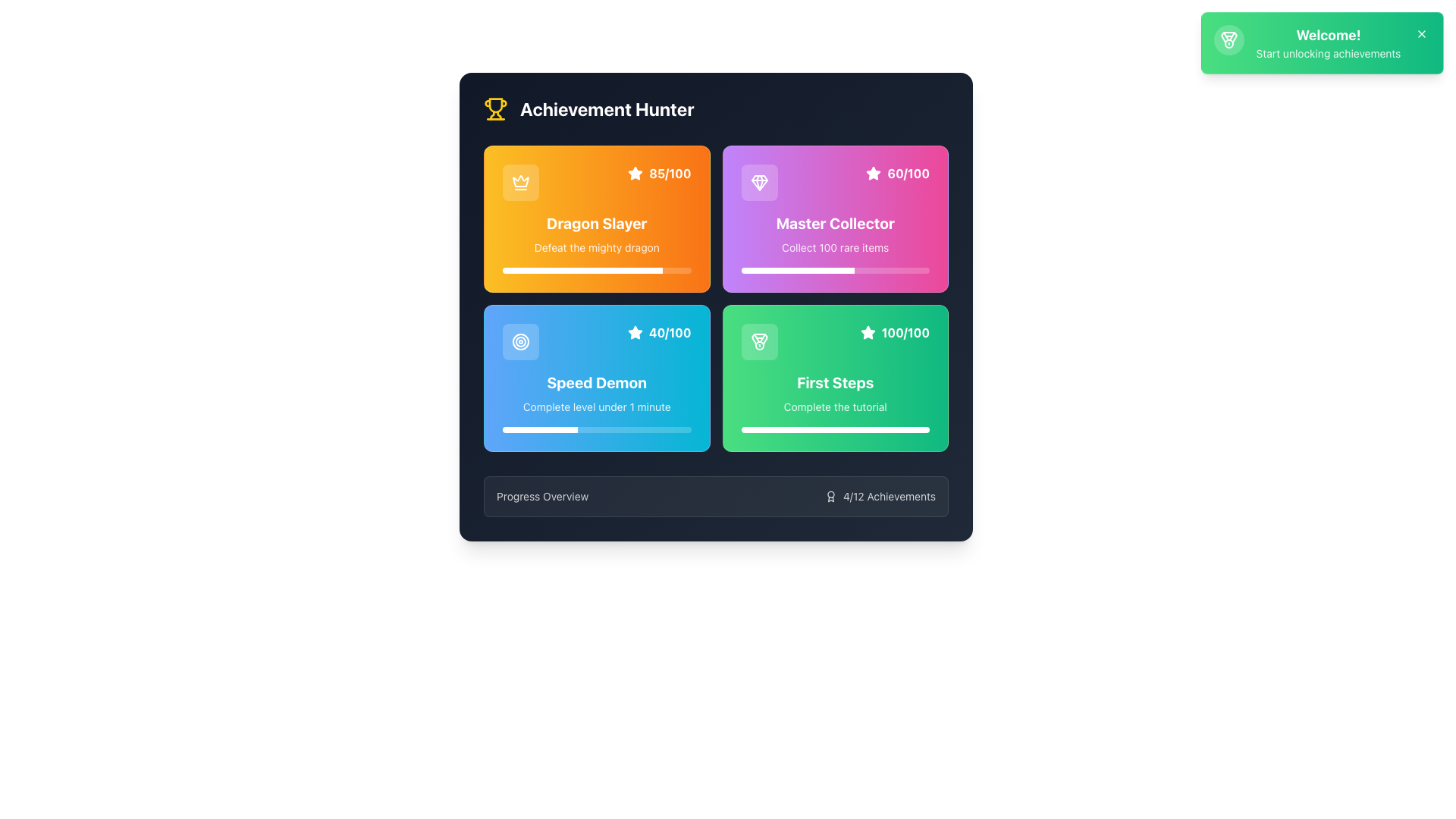 Image resolution: width=1456 pixels, height=819 pixels. I want to click on descriptive text paragraph located within the top-left orange card titled 'Dragon Slayer', positioned just below the title, so click(596, 247).